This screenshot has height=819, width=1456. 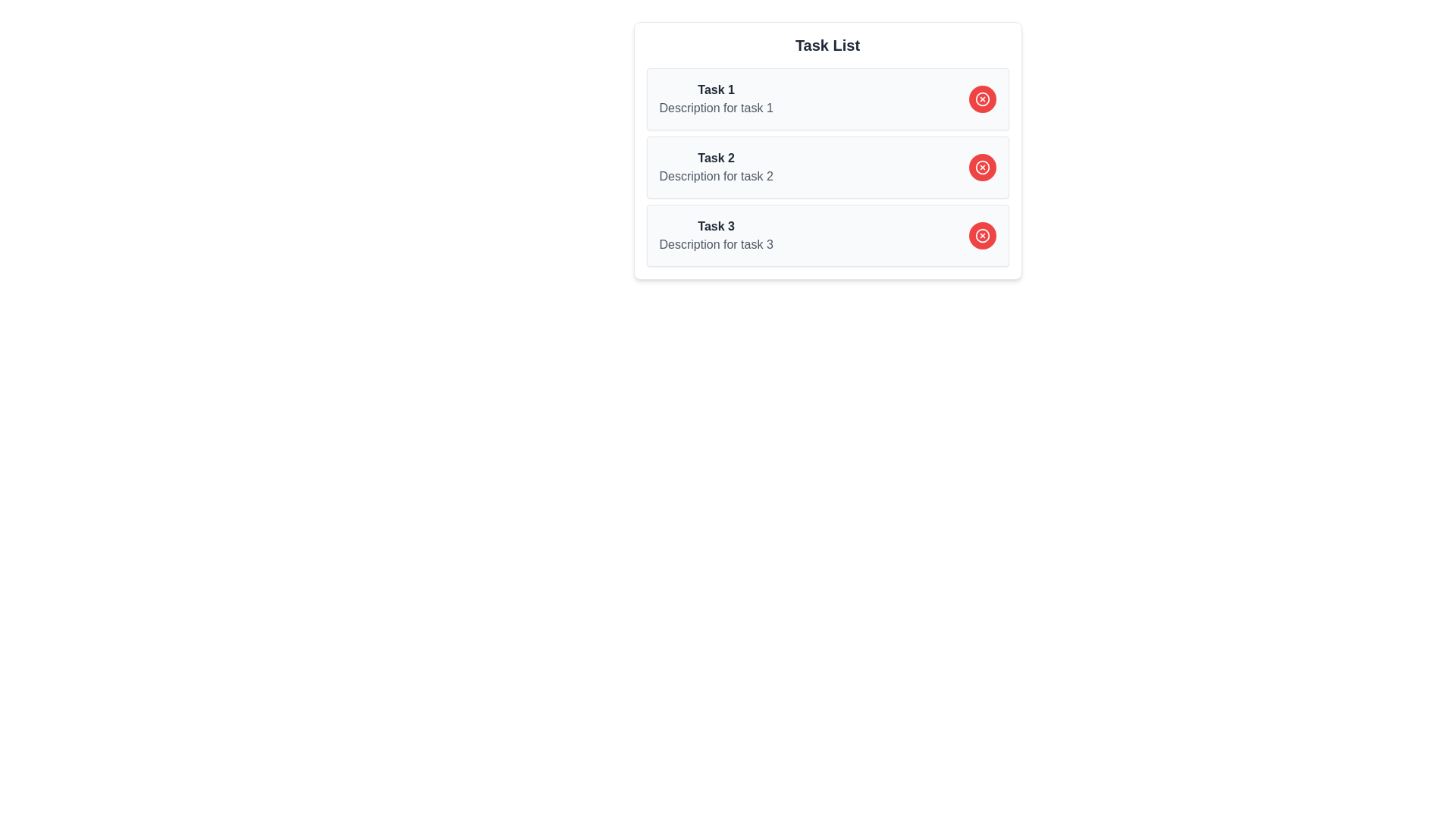 What do you see at coordinates (715, 167) in the screenshot?
I see `text block representing the title and description of the second task in the task list, located between 'Task 1' and 'Task 3'` at bounding box center [715, 167].